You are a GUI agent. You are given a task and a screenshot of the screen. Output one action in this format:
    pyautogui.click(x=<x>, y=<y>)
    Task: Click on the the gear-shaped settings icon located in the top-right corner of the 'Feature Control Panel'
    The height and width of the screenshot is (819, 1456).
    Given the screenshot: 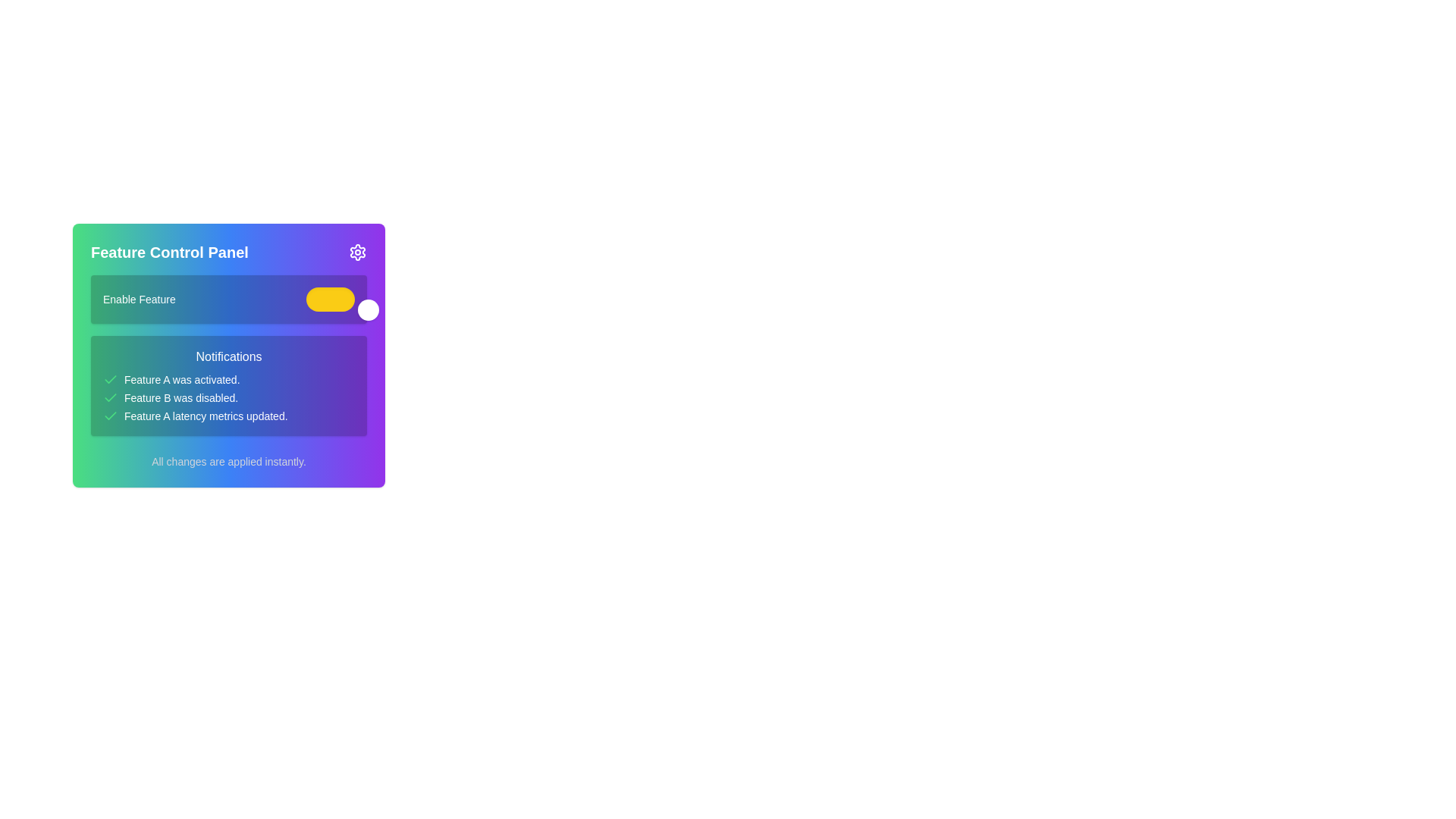 What is the action you would take?
    pyautogui.click(x=356, y=251)
    